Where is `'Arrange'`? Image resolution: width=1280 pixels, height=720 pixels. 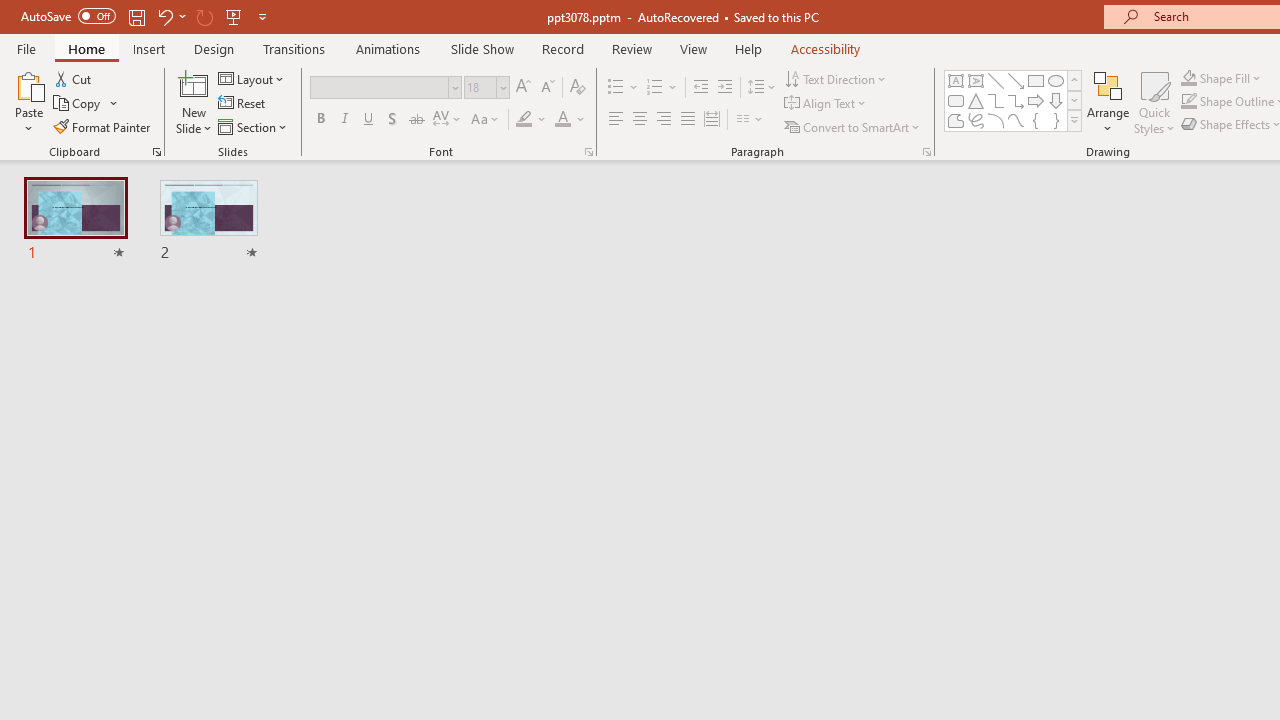
'Arrange' is located at coordinates (1107, 103).